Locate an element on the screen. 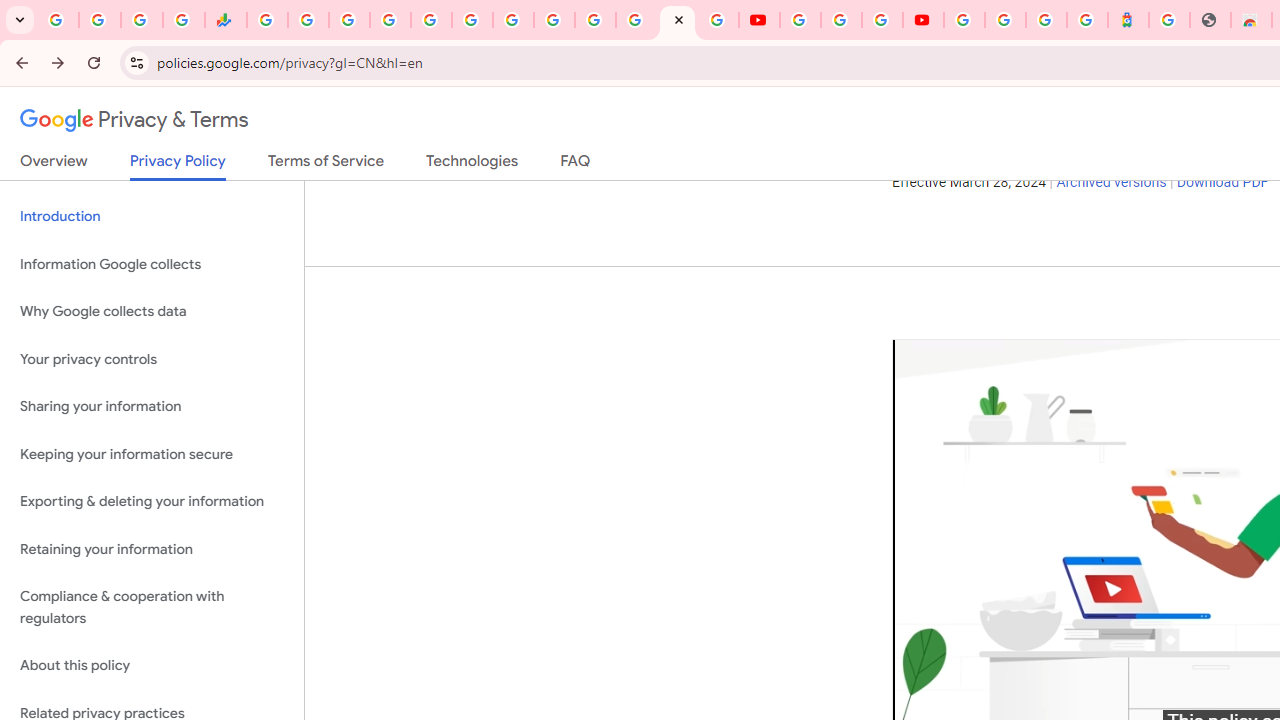 Image resolution: width=1280 pixels, height=720 pixels. 'Google Account Help' is located at coordinates (840, 20).